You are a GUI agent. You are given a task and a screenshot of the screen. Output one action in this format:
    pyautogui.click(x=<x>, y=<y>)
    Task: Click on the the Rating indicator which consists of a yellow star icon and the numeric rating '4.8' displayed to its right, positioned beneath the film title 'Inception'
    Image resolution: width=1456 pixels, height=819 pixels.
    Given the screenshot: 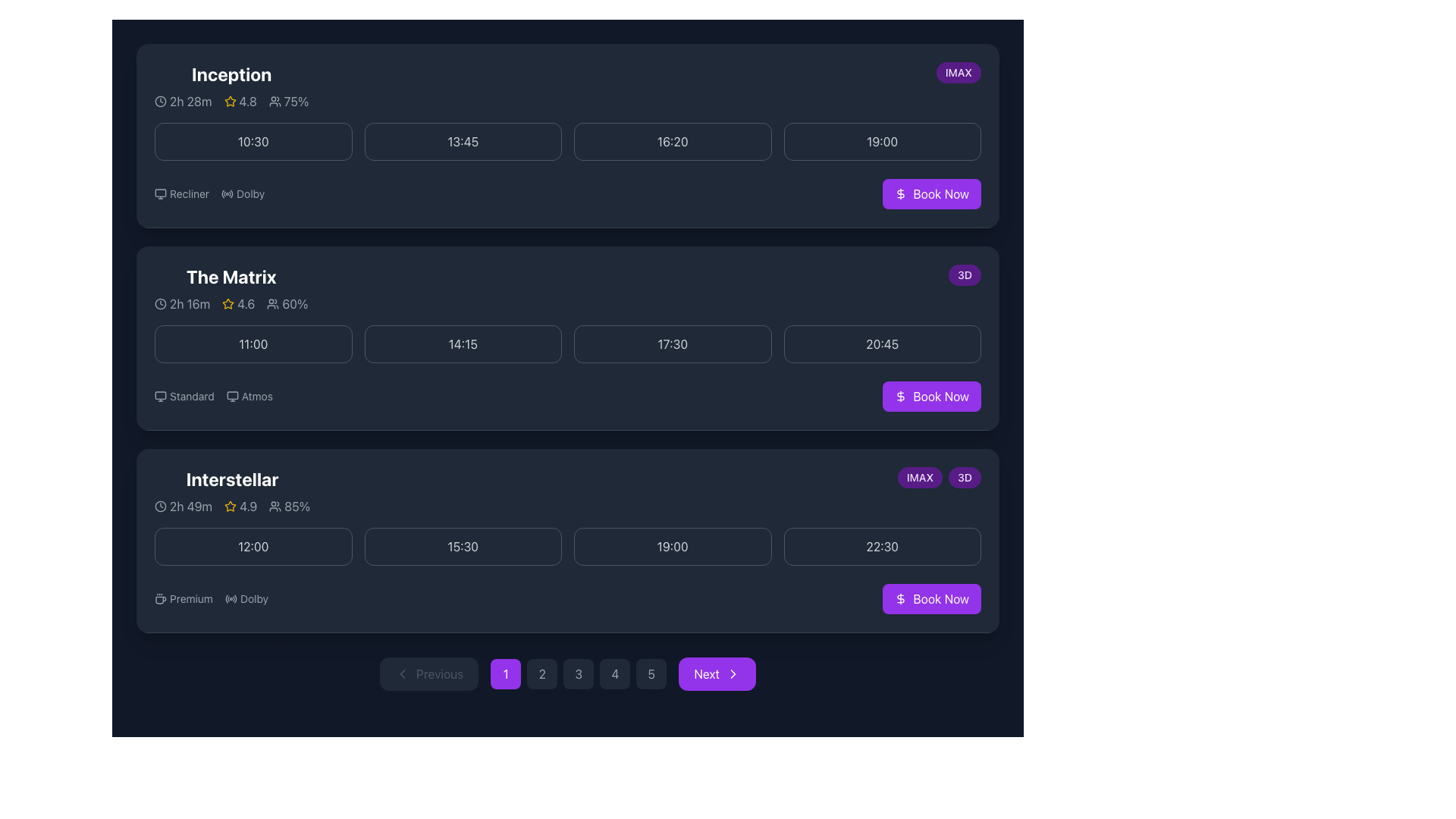 What is the action you would take?
    pyautogui.click(x=231, y=102)
    